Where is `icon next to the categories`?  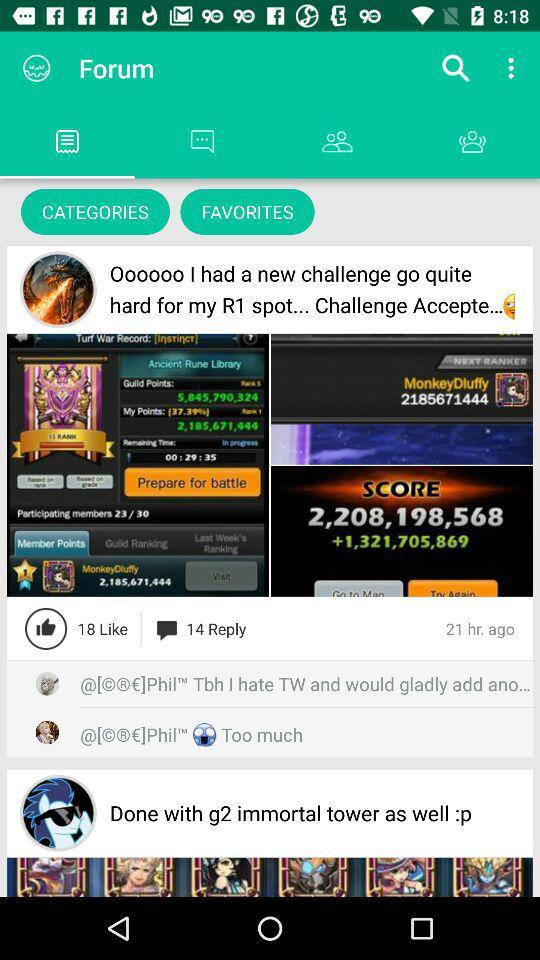 icon next to the categories is located at coordinates (247, 211).